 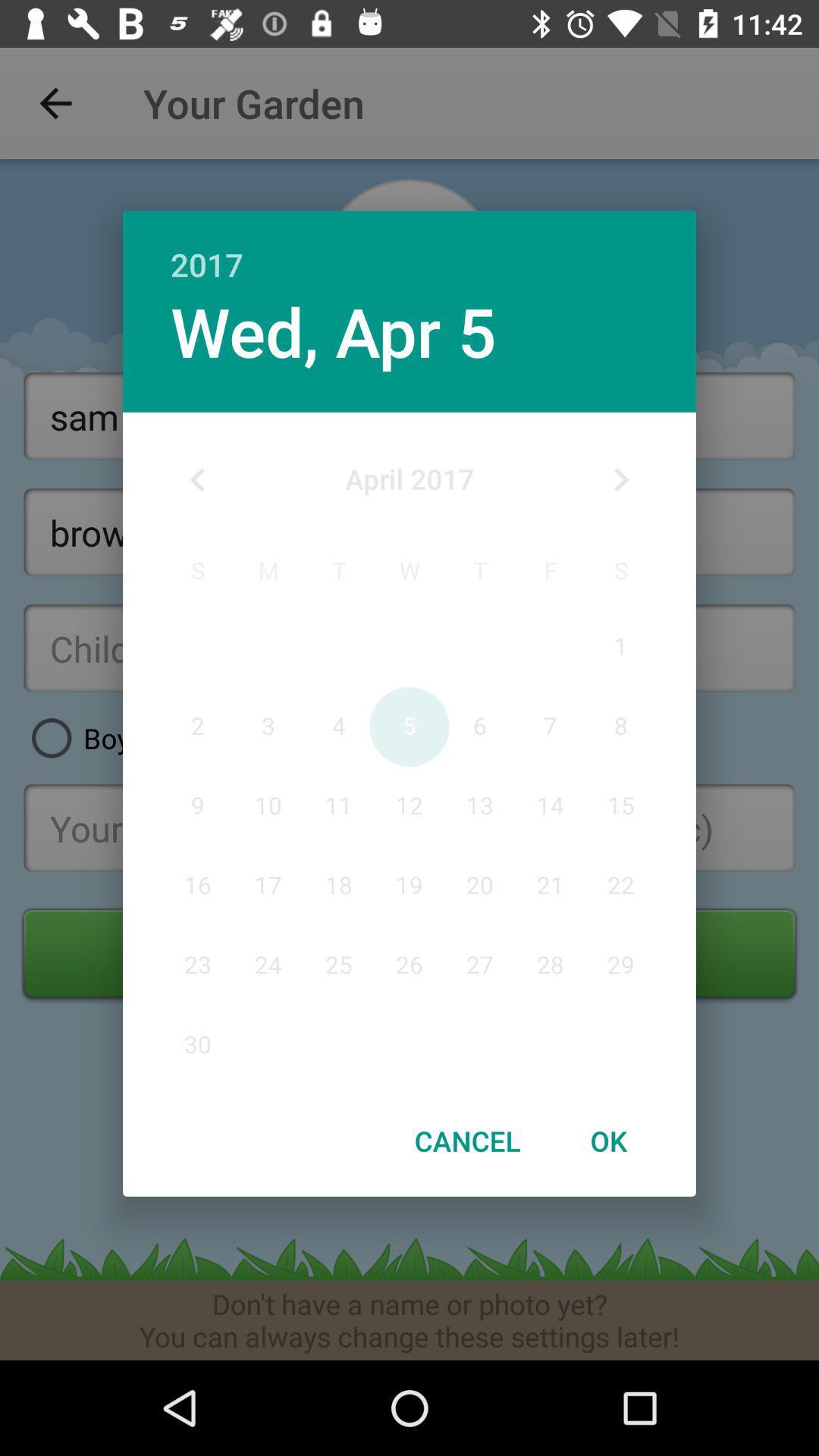 I want to click on icon at the top right corner, so click(x=620, y=479).